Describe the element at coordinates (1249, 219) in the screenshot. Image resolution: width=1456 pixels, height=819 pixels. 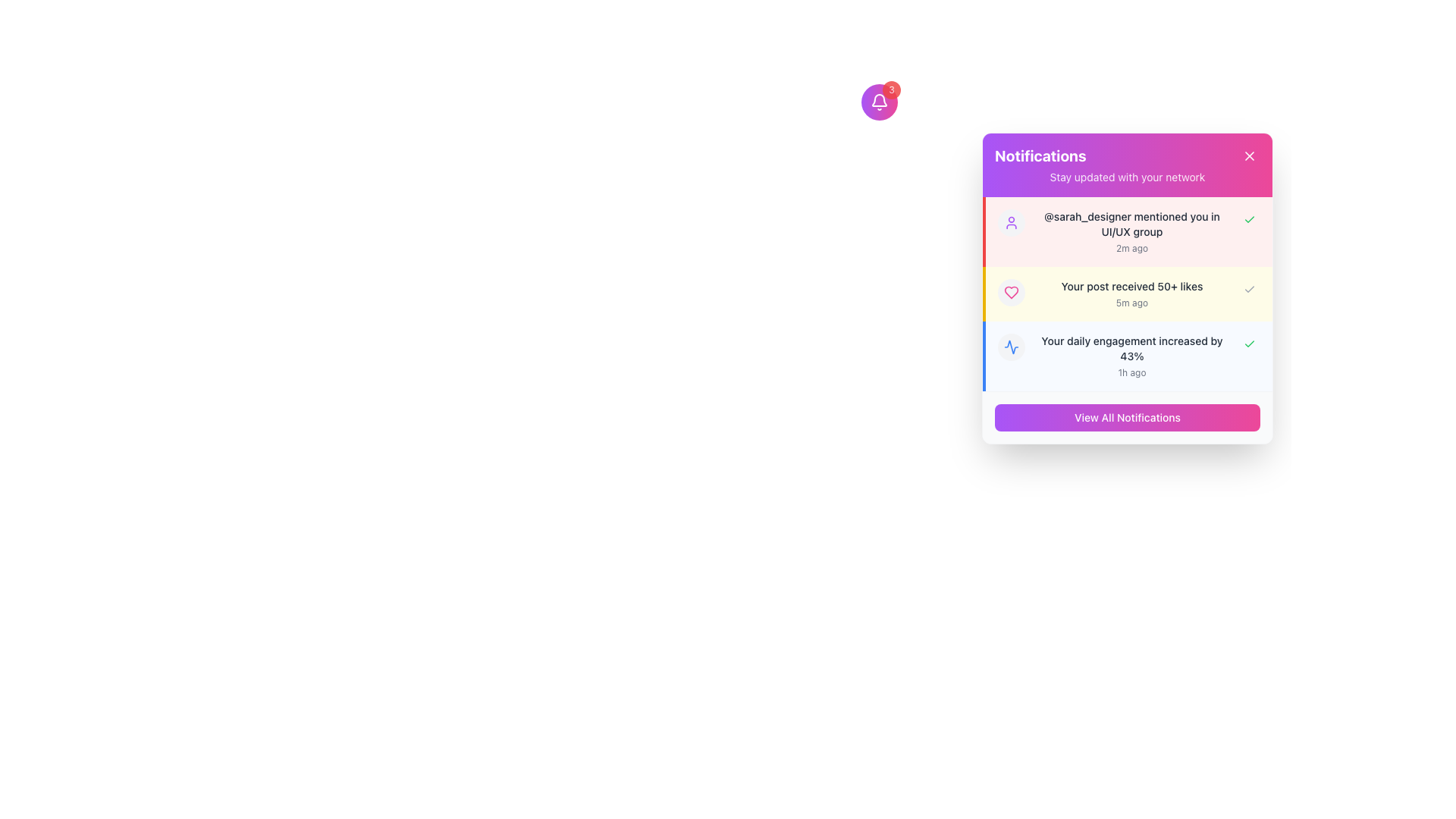
I see `the circular green checkmark button to mark the notification '@sarah_designer mentioned you in UI/UX group' as read` at that location.